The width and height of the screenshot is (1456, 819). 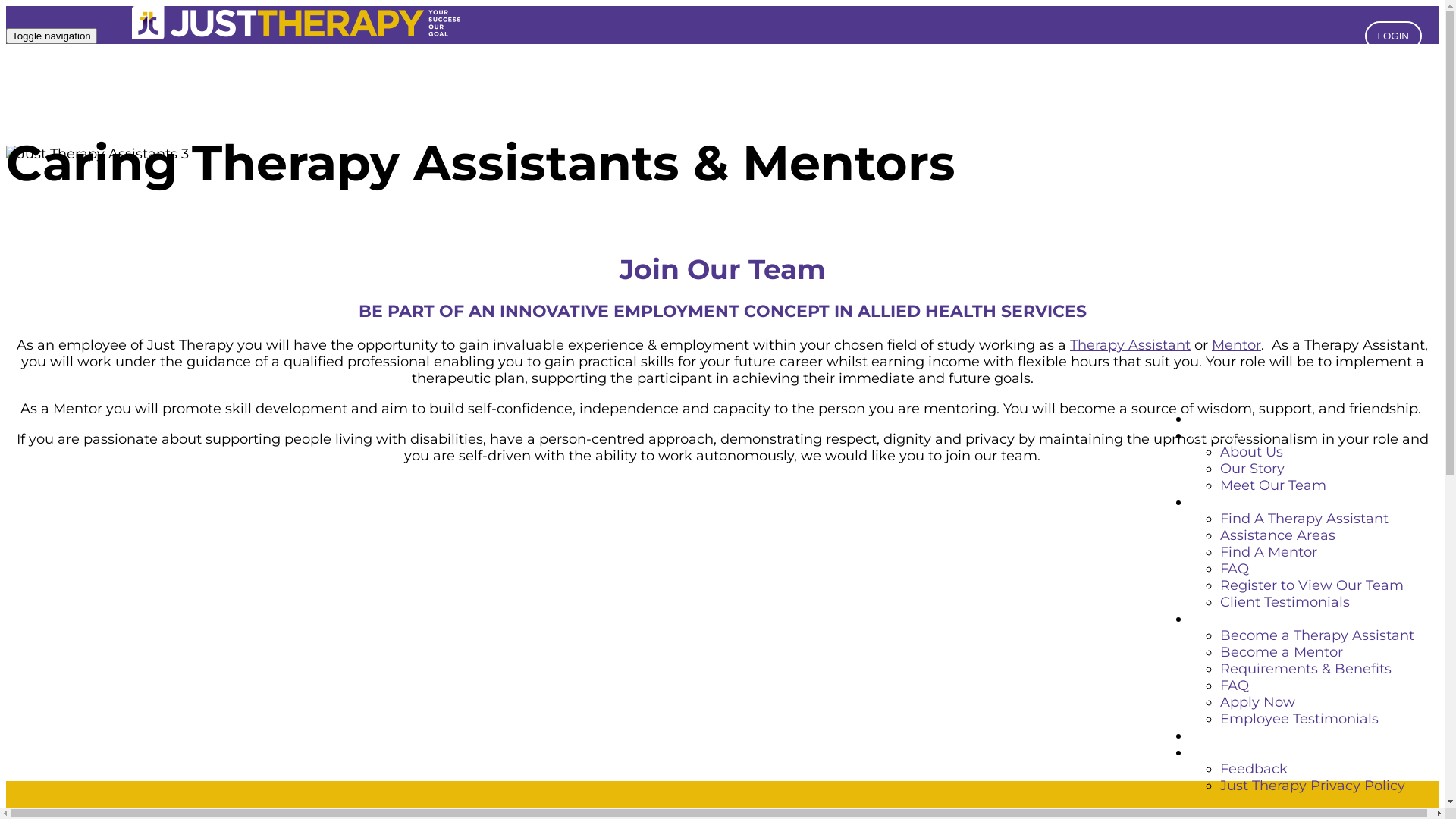 What do you see at coordinates (1257, 701) in the screenshot?
I see `'Apply Now'` at bounding box center [1257, 701].